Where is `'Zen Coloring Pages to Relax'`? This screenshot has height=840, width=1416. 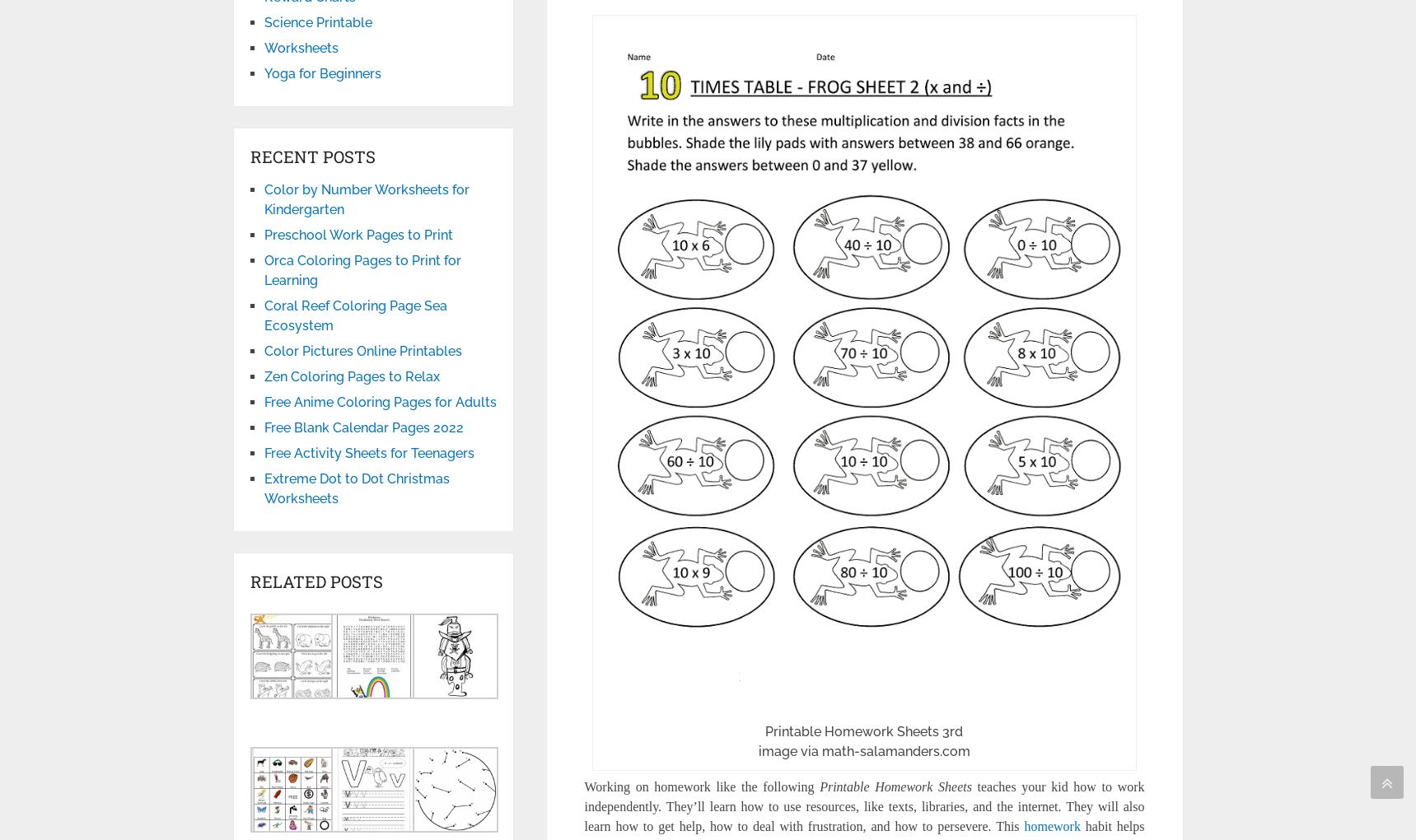
'Zen Coloring Pages to Relax' is located at coordinates (351, 376).